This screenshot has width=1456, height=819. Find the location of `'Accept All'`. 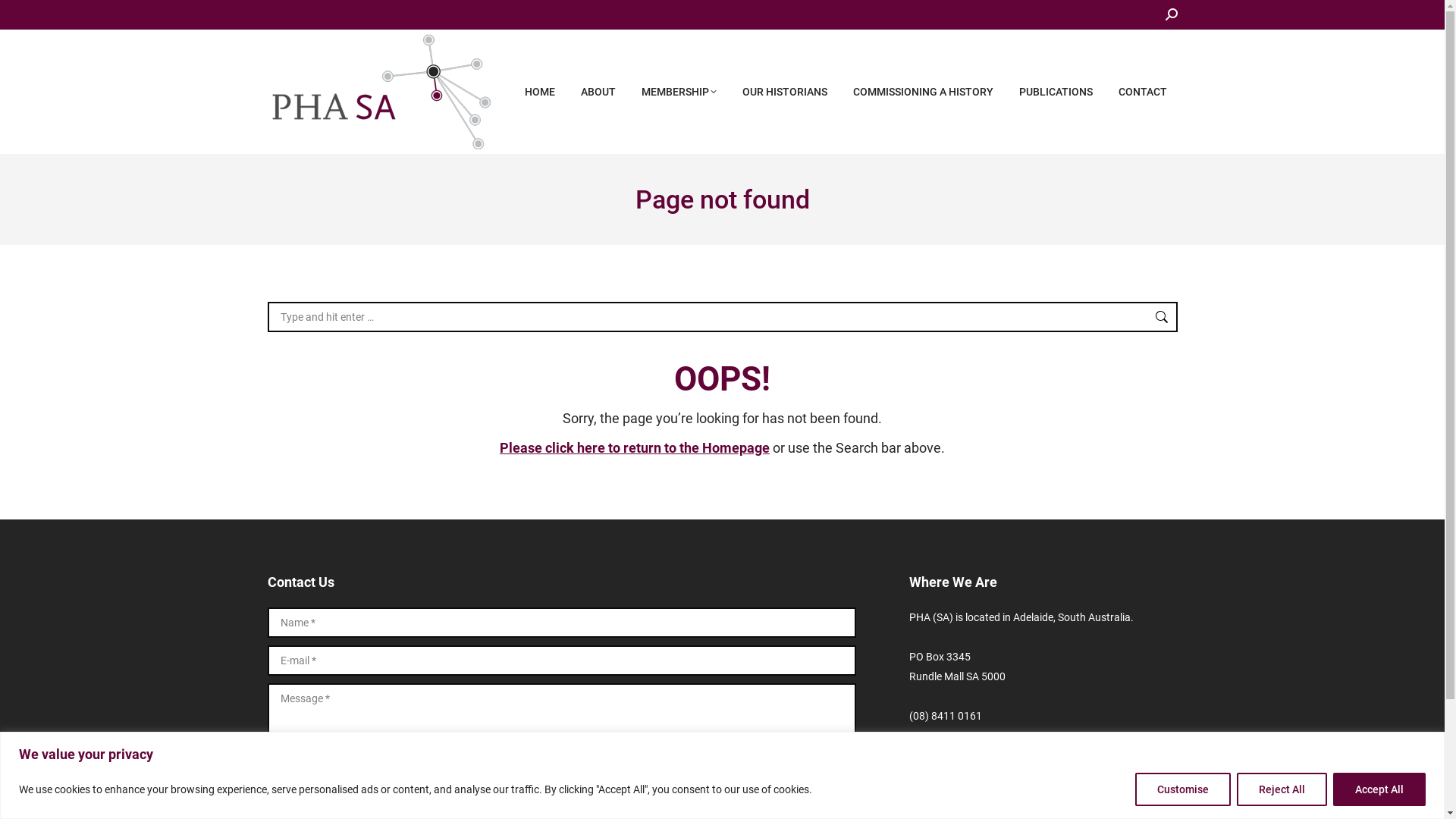

'Accept All' is located at coordinates (1379, 788).